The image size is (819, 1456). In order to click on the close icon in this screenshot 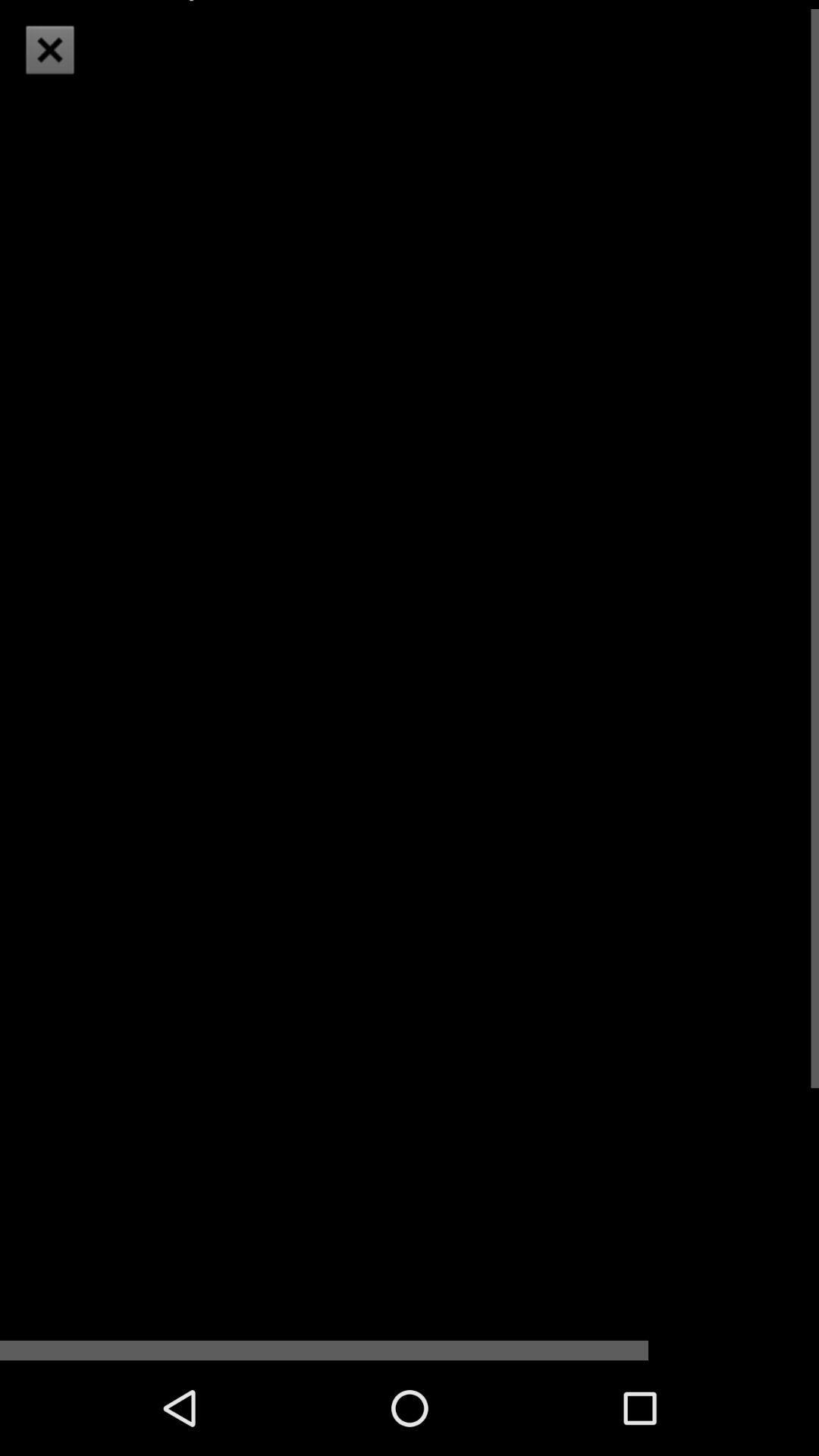, I will do `click(49, 53)`.